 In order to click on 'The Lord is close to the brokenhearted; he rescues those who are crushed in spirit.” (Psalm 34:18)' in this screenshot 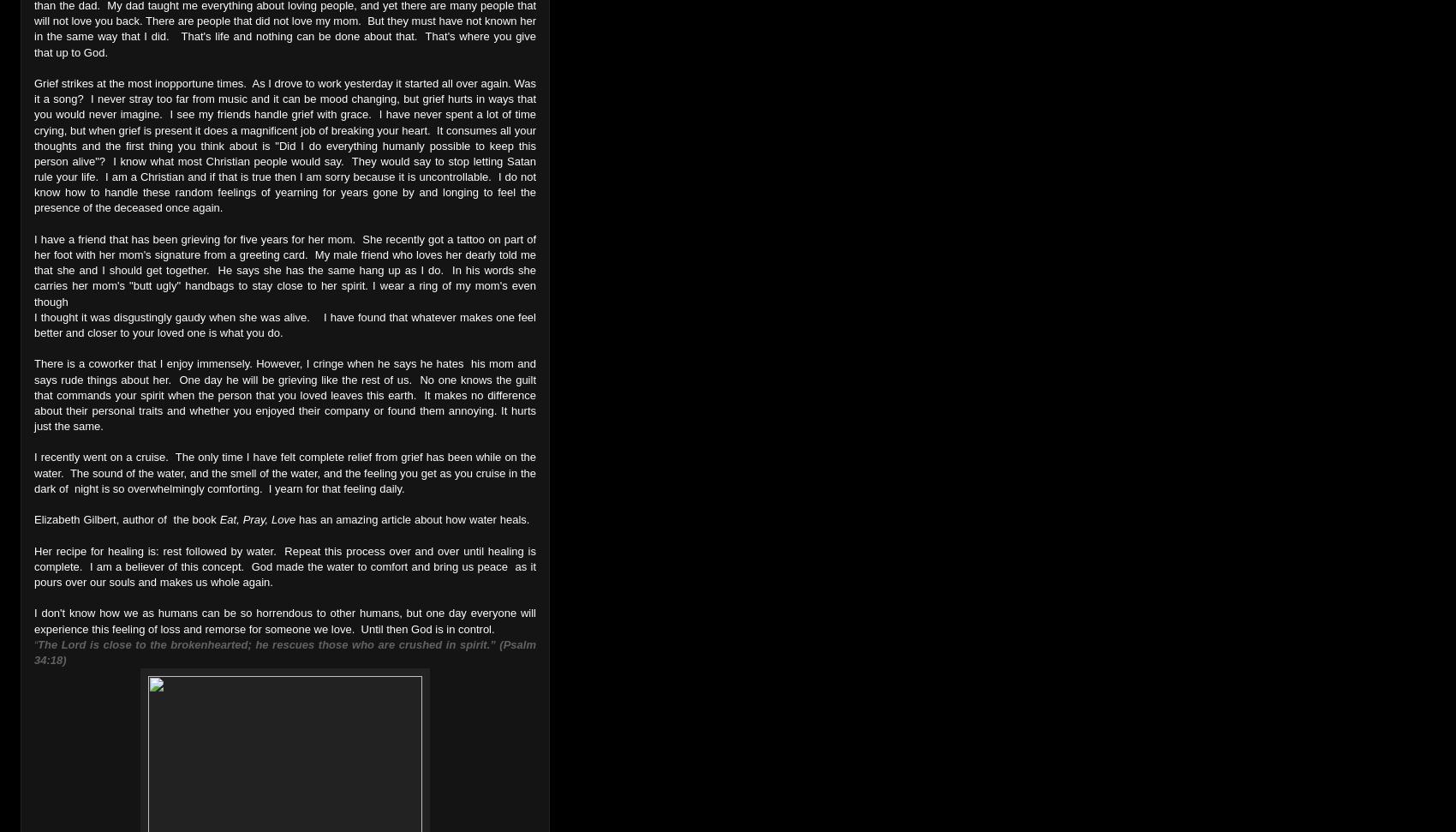, I will do `click(284, 651)`.